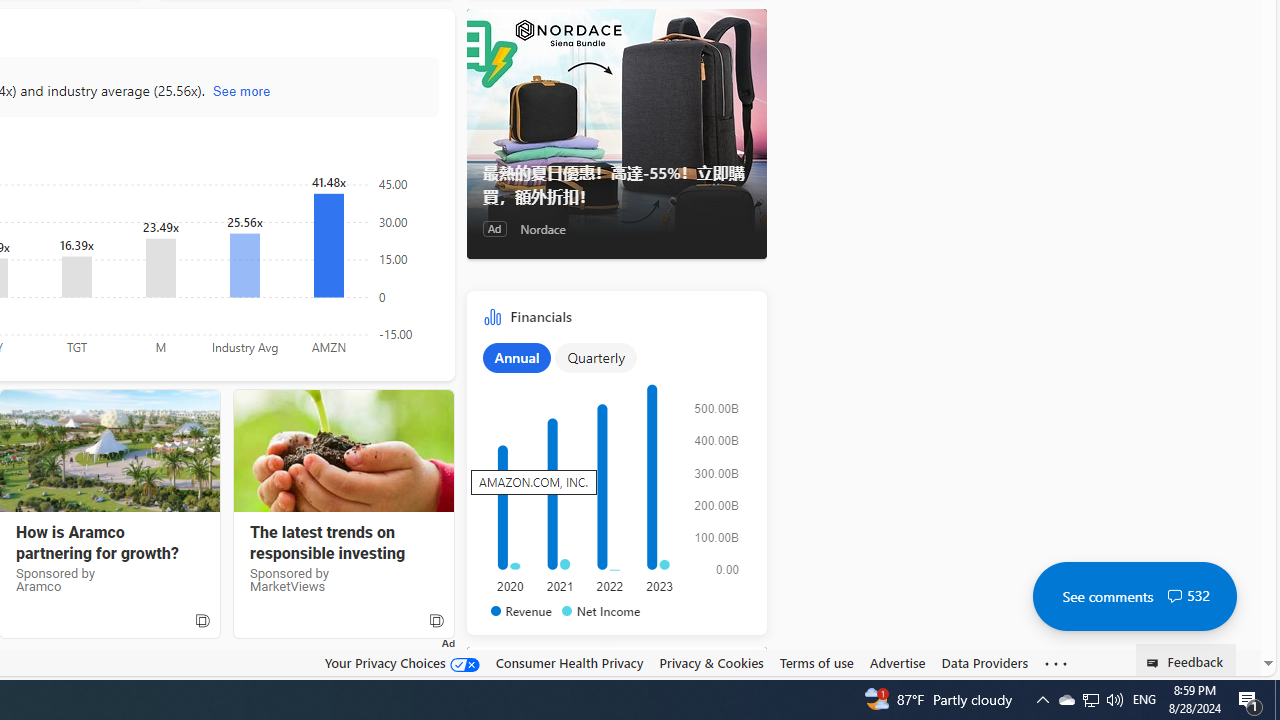  What do you see at coordinates (816, 663) in the screenshot?
I see `'Terms of use'` at bounding box center [816, 663].